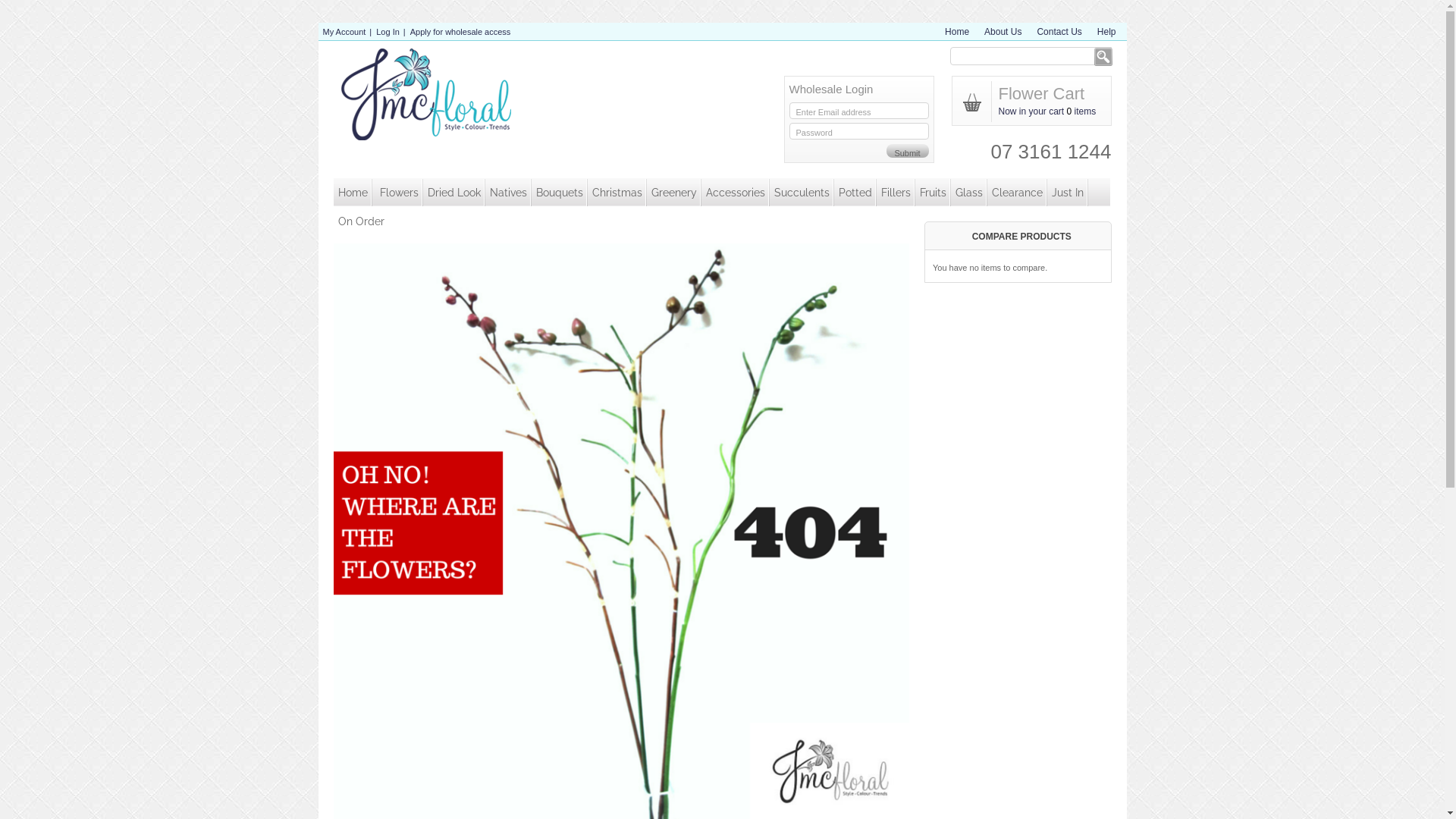  Describe the element at coordinates (968, 192) in the screenshot. I see `'Glass'` at that location.